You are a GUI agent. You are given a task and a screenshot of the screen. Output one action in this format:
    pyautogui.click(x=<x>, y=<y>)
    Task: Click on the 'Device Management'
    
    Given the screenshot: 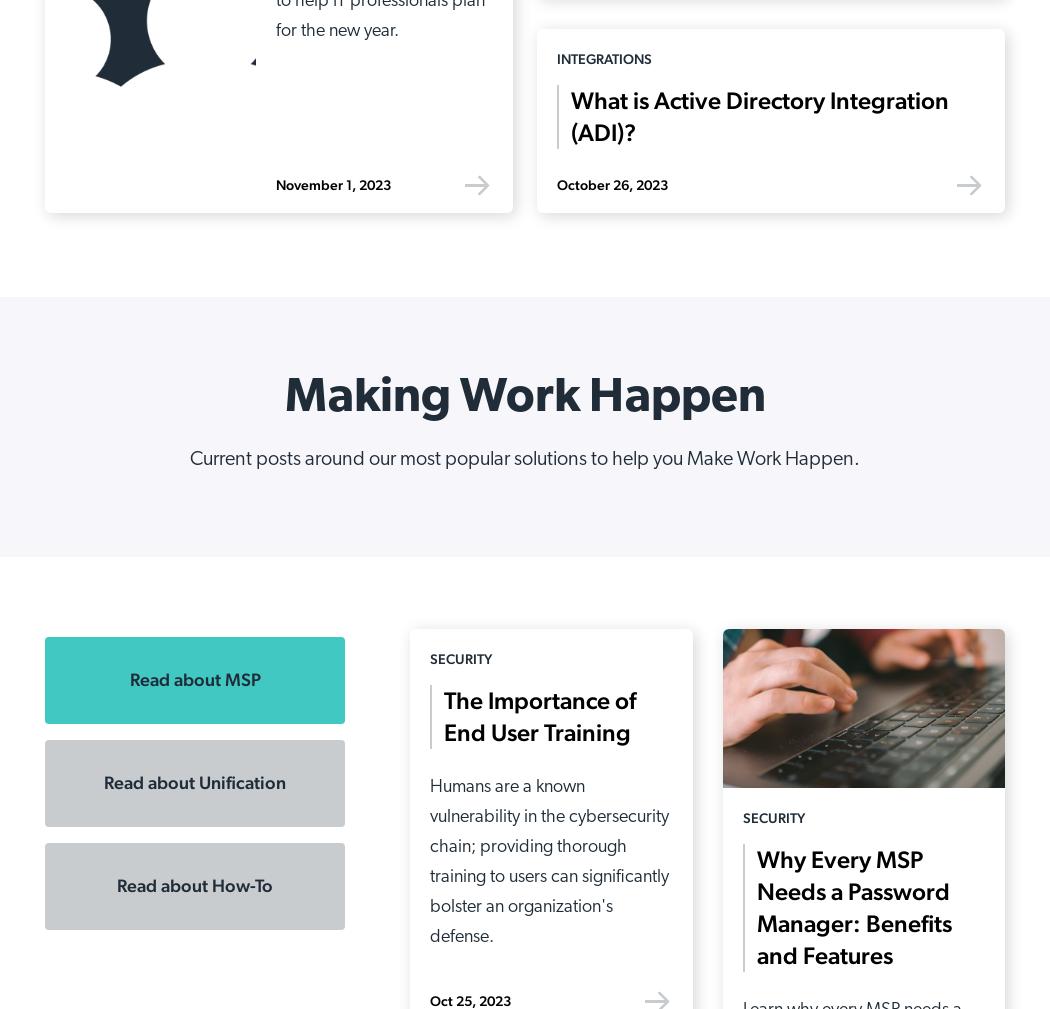 What is the action you would take?
    pyautogui.click(x=273, y=426)
    